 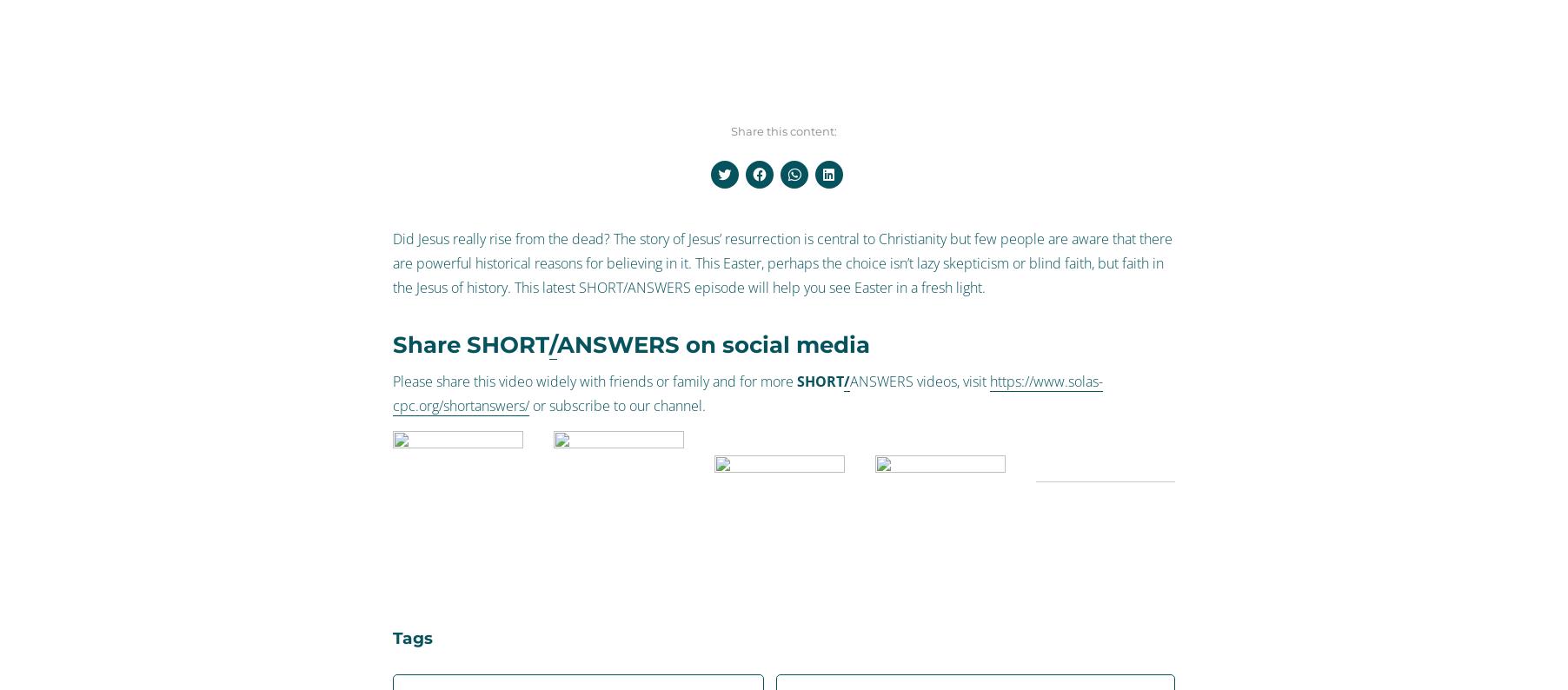 What do you see at coordinates (392, 262) in the screenshot?
I see `'Did Jesus really rise from the dead? The story of Jesus’ resurrection is central to Christianity but few people are aware that there are powerful historical reasons for believing in it. This Easter, perhaps the choice isn’t lazy skepticism or blind faith, but faith in the Jesus of history. This latest SHORT/ANSWERS episode will help you see Easter in a fresh light.'` at bounding box center [392, 262].